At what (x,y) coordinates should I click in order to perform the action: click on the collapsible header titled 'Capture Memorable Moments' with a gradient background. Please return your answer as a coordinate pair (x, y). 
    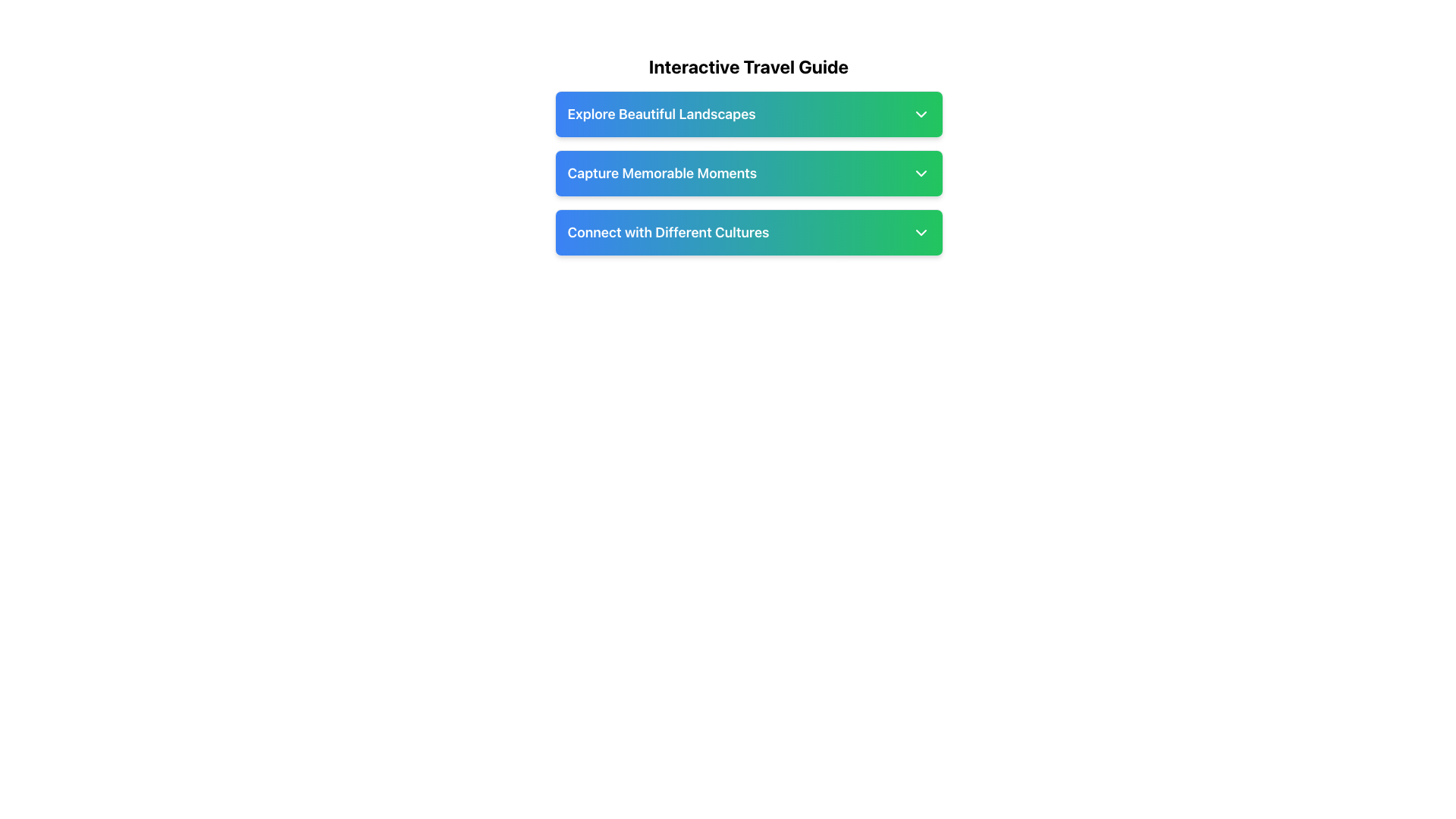
    Looking at the image, I should click on (748, 155).